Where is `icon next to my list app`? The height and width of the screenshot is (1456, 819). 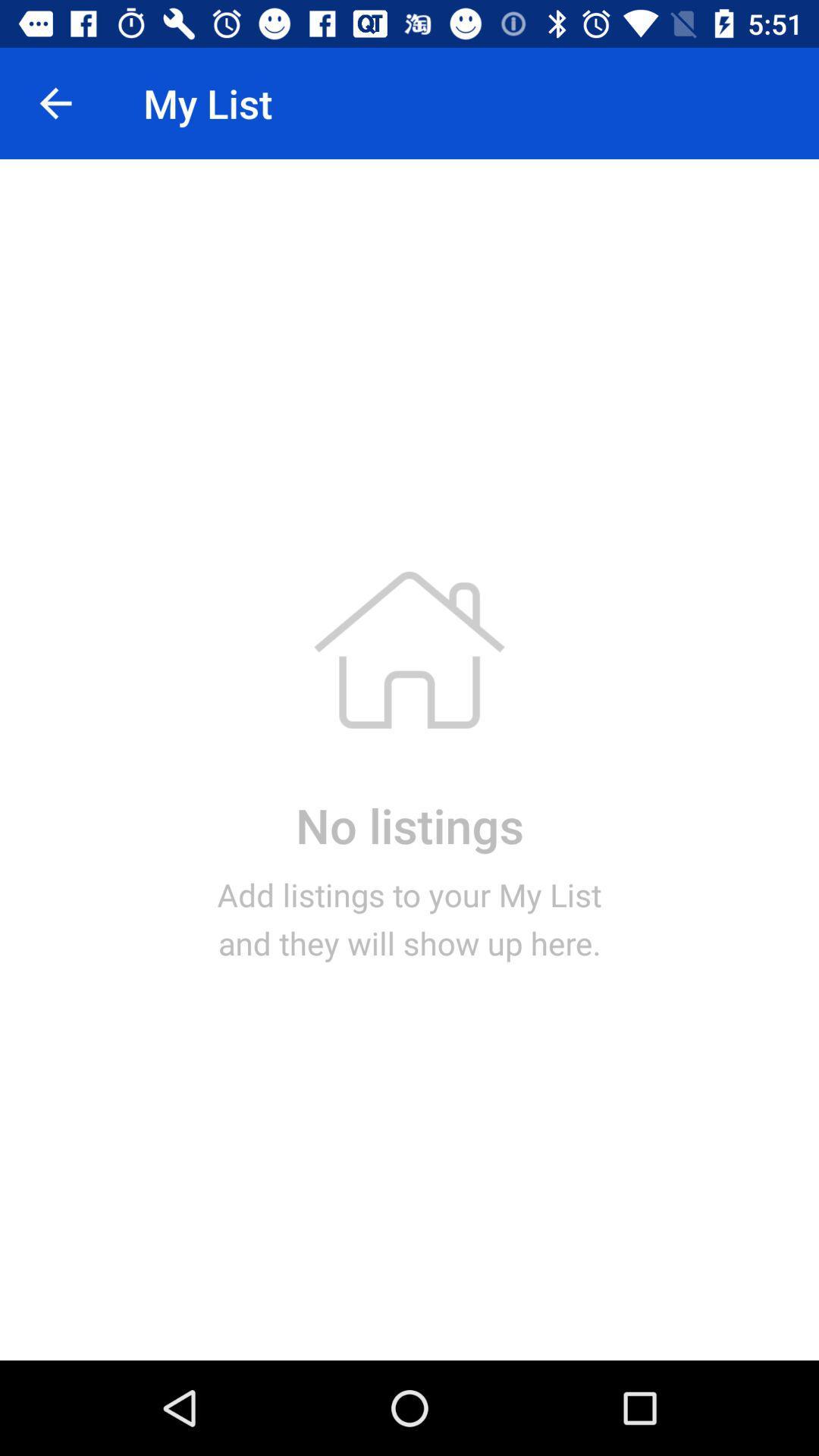
icon next to my list app is located at coordinates (55, 102).